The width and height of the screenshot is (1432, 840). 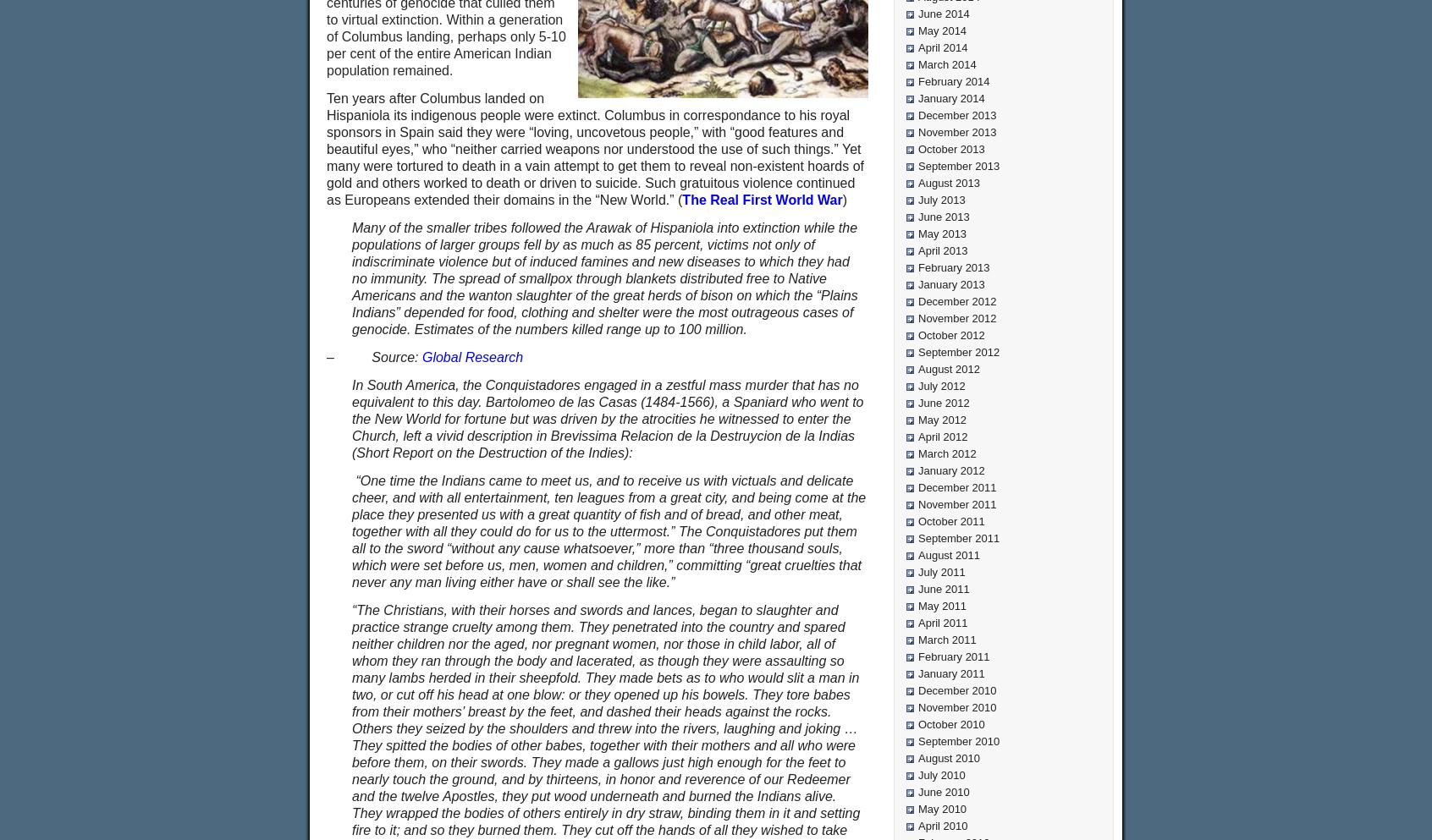 What do you see at coordinates (950, 673) in the screenshot?
I see `'January 2011'` at bounding box center [950, 673].